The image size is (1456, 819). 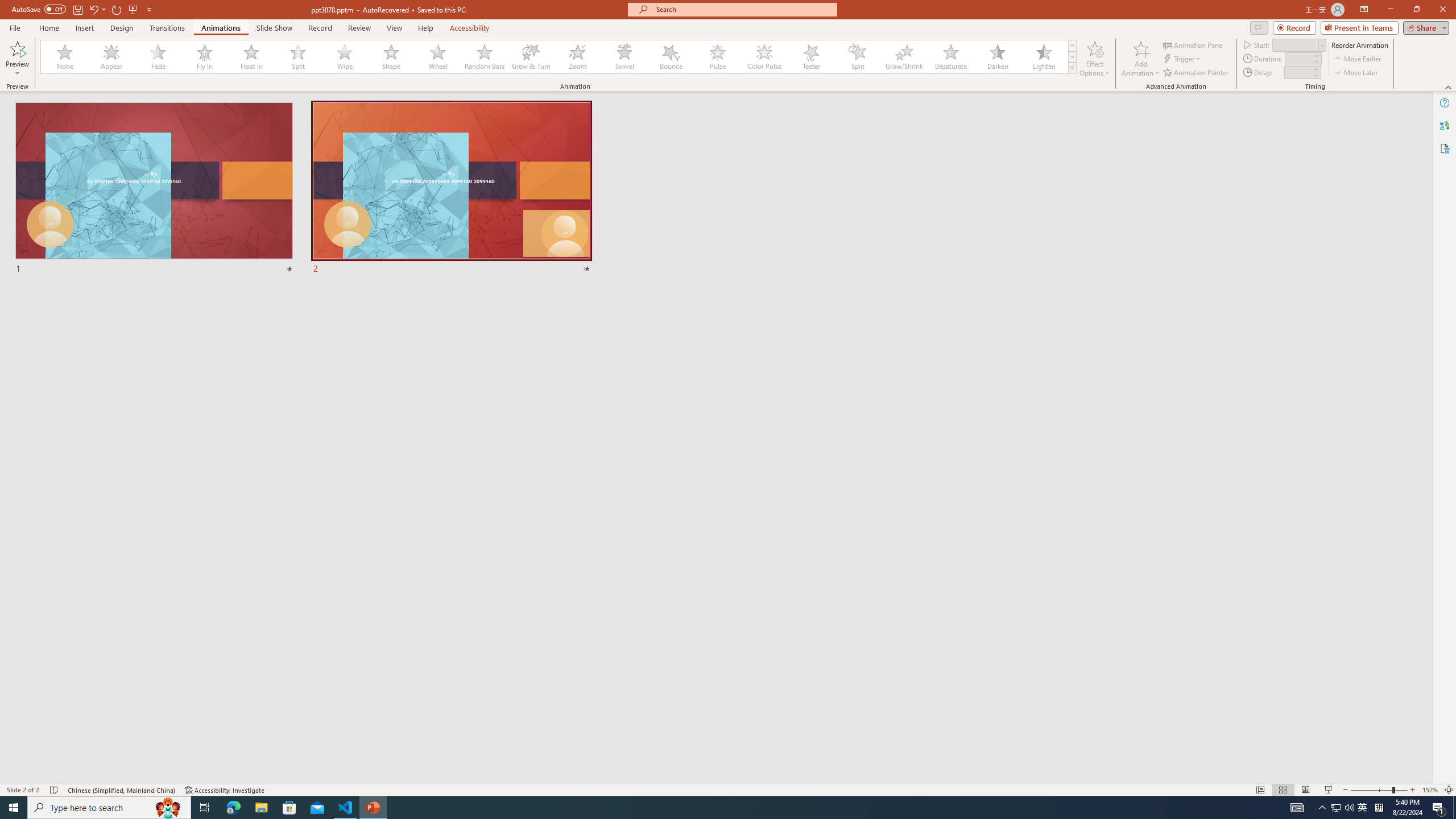 I want to click on 'None', so click(x=65, y=56).